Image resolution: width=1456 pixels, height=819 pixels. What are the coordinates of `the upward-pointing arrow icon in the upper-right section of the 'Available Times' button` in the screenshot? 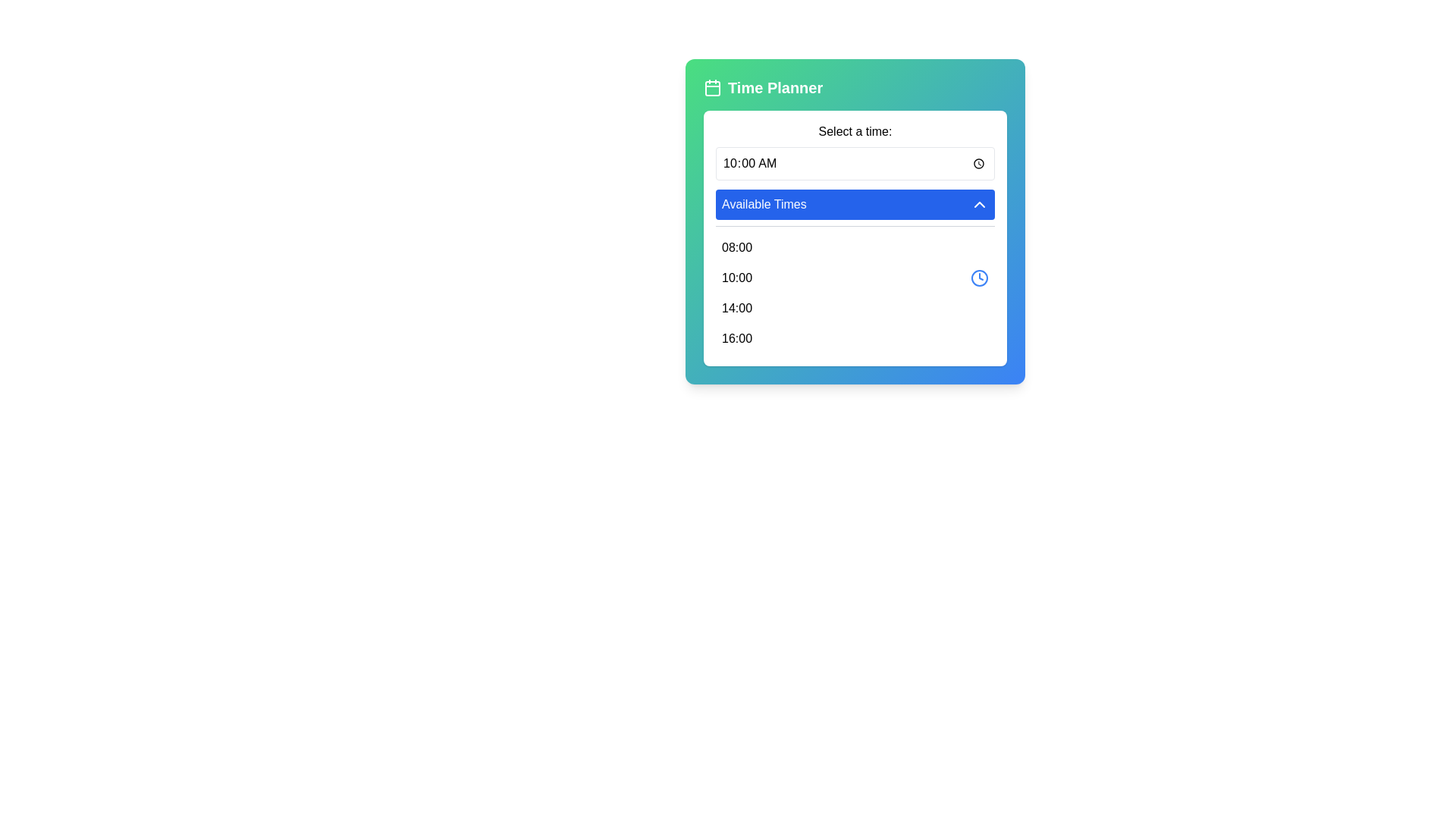 It's located at (979, 205).